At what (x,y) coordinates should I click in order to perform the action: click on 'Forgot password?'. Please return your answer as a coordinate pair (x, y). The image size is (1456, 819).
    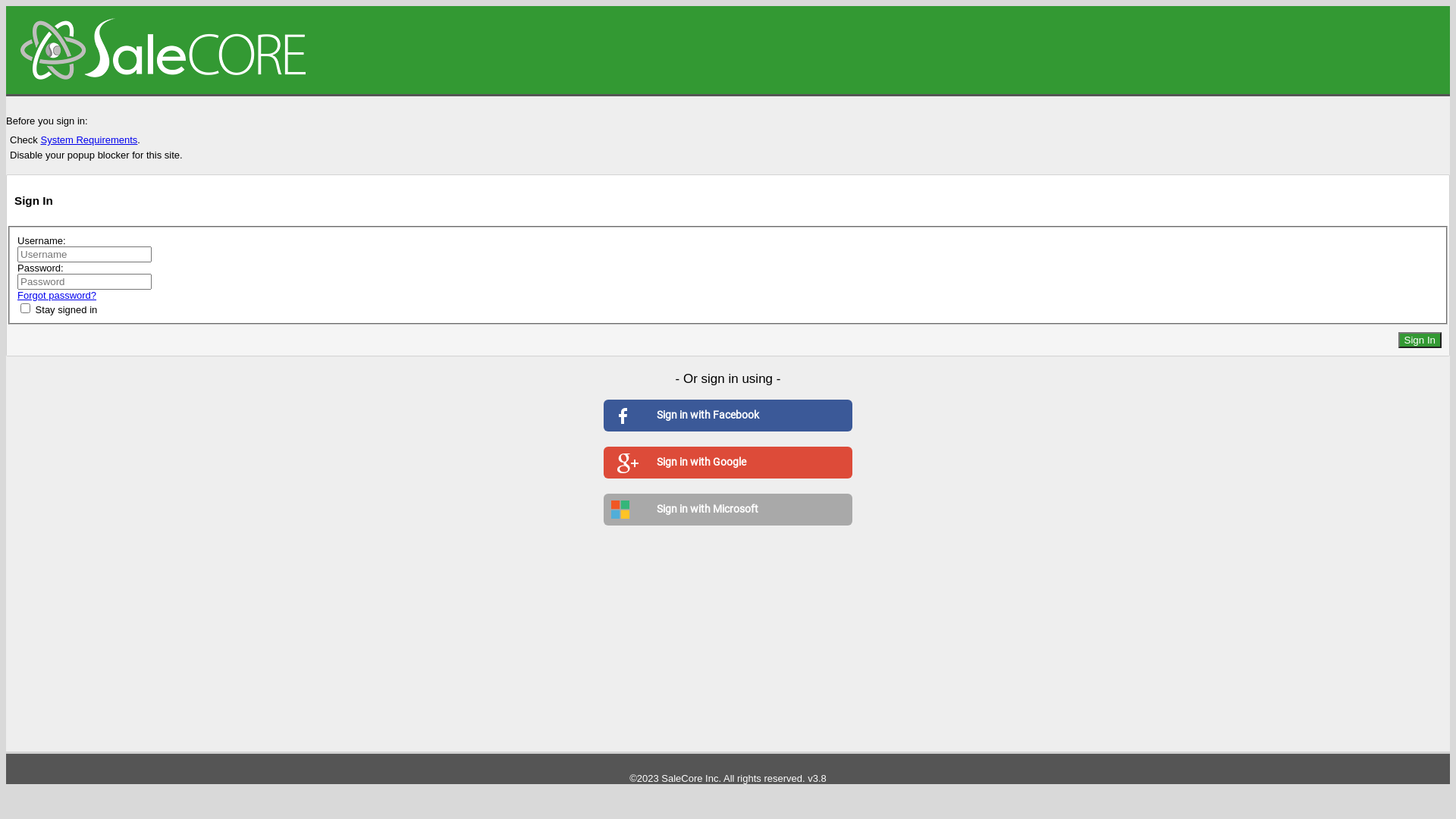
    Looking at the image, I should click on (17, 295).